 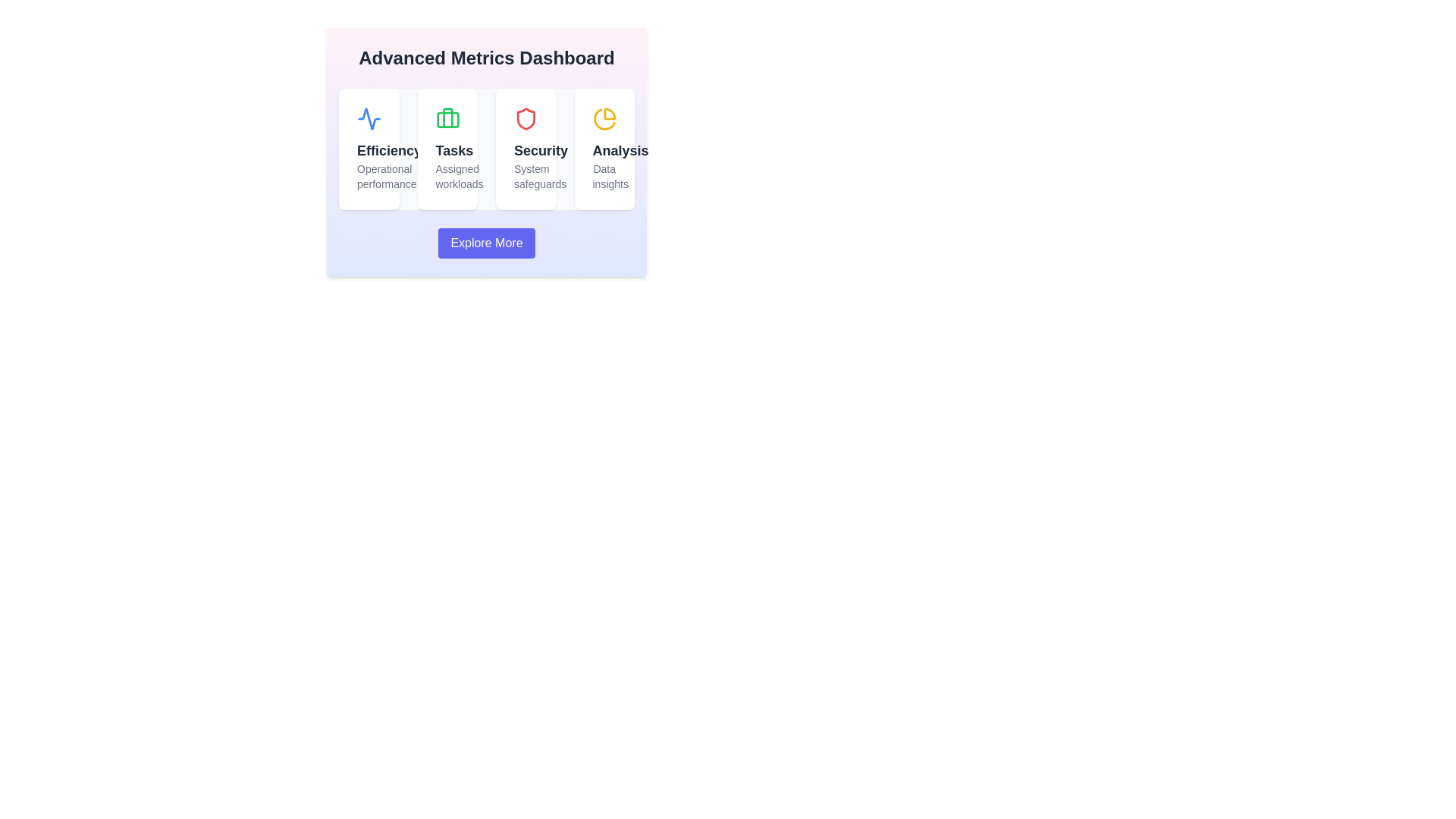 I want to click on the 'Explore More' button with a purple background and rounded corners located under the 'Advanced Metrics Dashboard' section, so click(x=487, y=242).